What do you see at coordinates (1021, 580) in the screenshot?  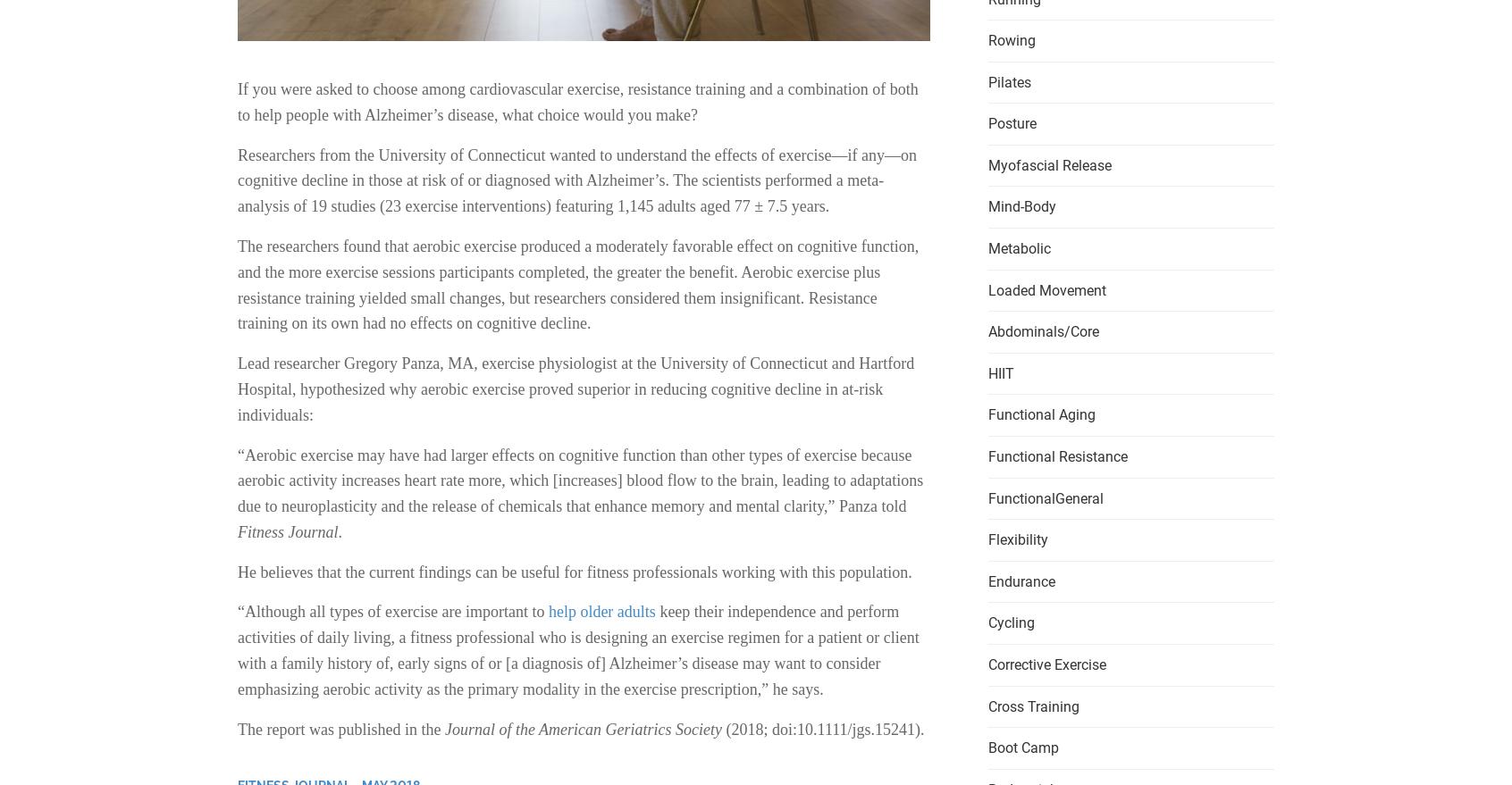 I see `'Endurance'` at bounding box center [1021, 580].